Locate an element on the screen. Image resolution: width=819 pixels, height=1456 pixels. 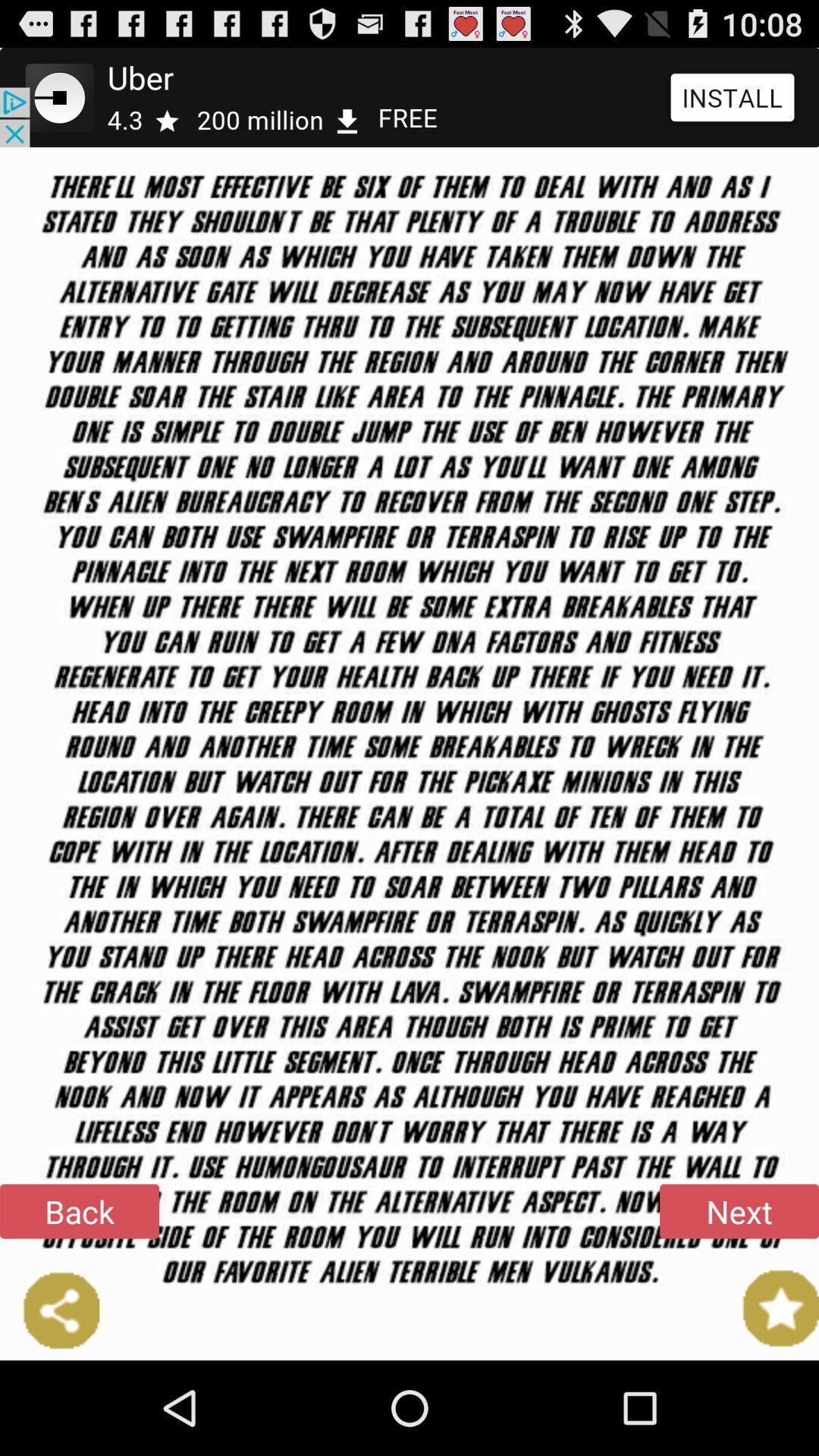
back is located at coordinates (79, 1210).